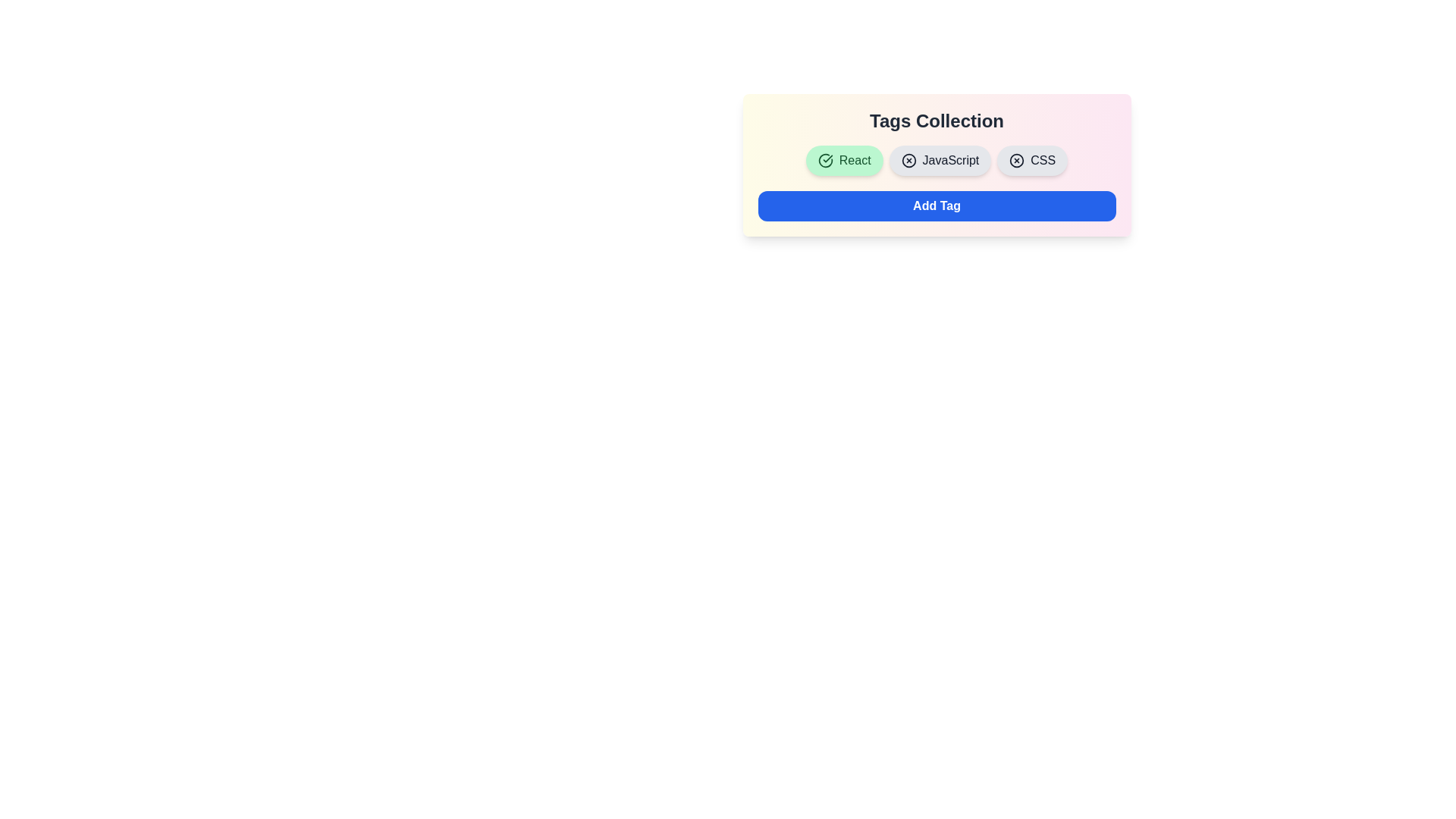  I want to click on the header text 'Tags Collection' to highlight it, so click(936, 120).